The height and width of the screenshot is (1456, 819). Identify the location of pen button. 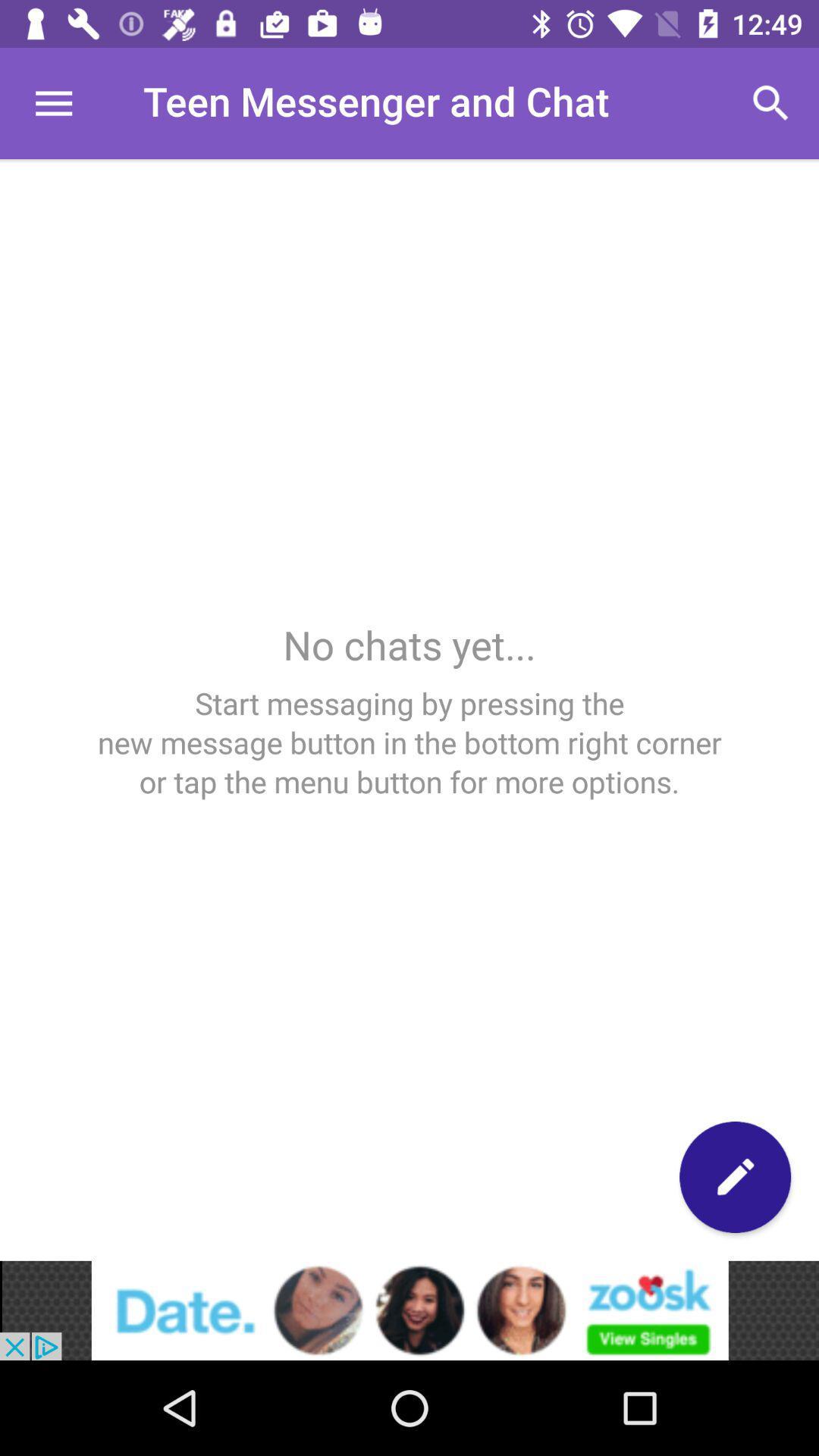
(734, 1176).